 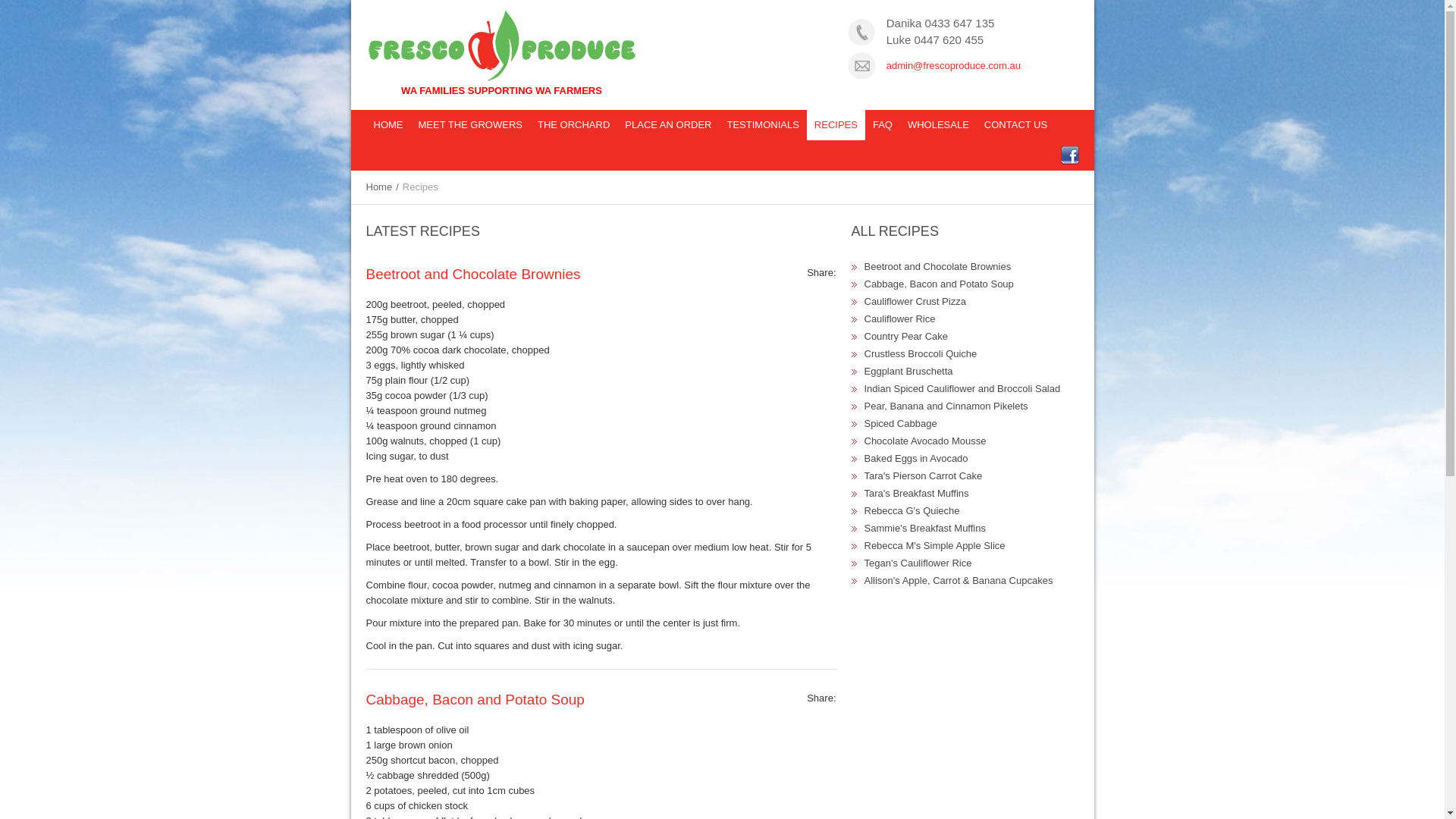 I want to click on 'TESTIMONIALS', so click(x=718, y=124).